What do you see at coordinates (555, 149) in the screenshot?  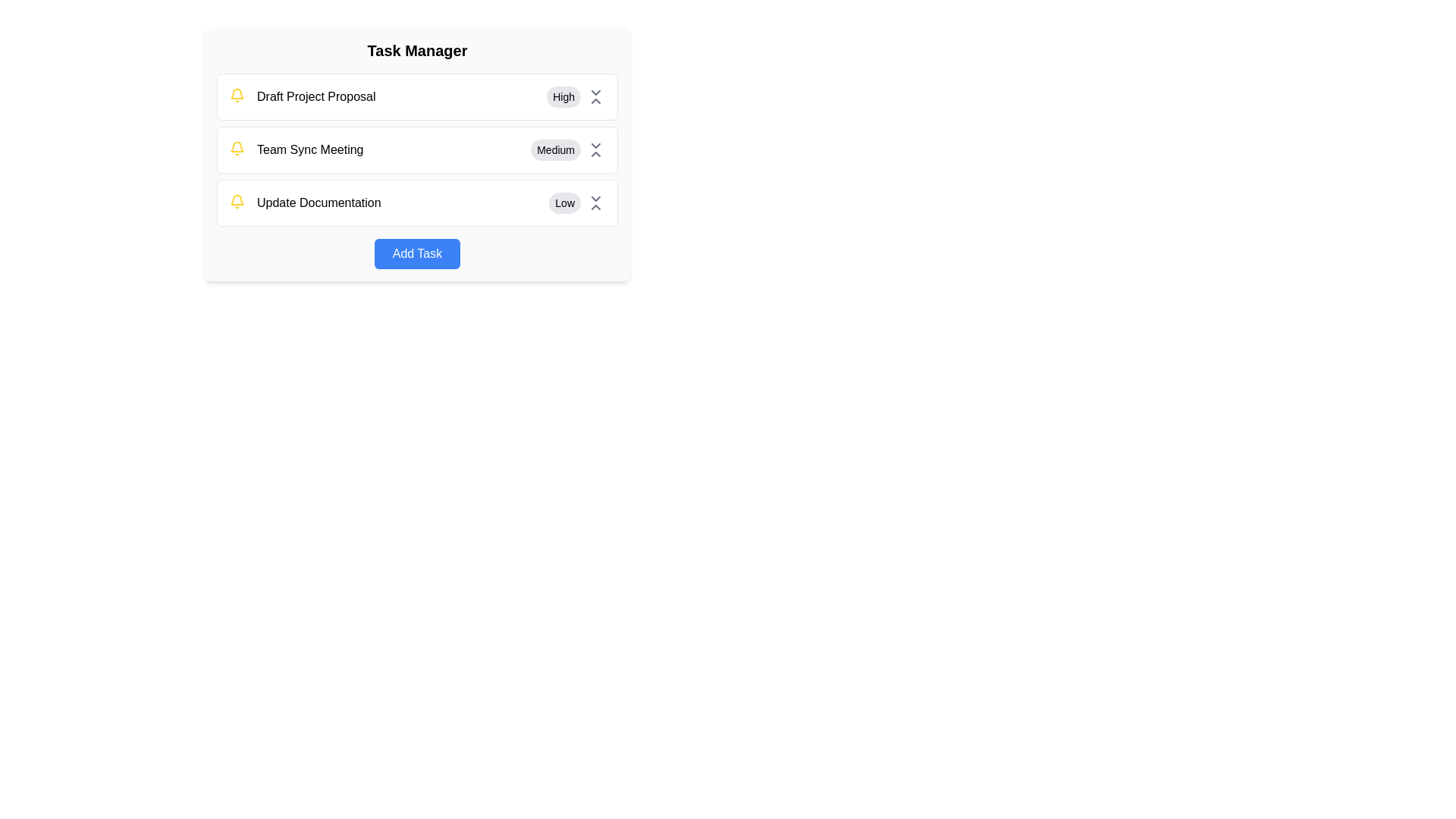 I see `the 'Medium' priority level label located in the center of the 'Team Sync Meeting' task row, positioned to the left of the dropdown button` at bounding box center [555, 149].